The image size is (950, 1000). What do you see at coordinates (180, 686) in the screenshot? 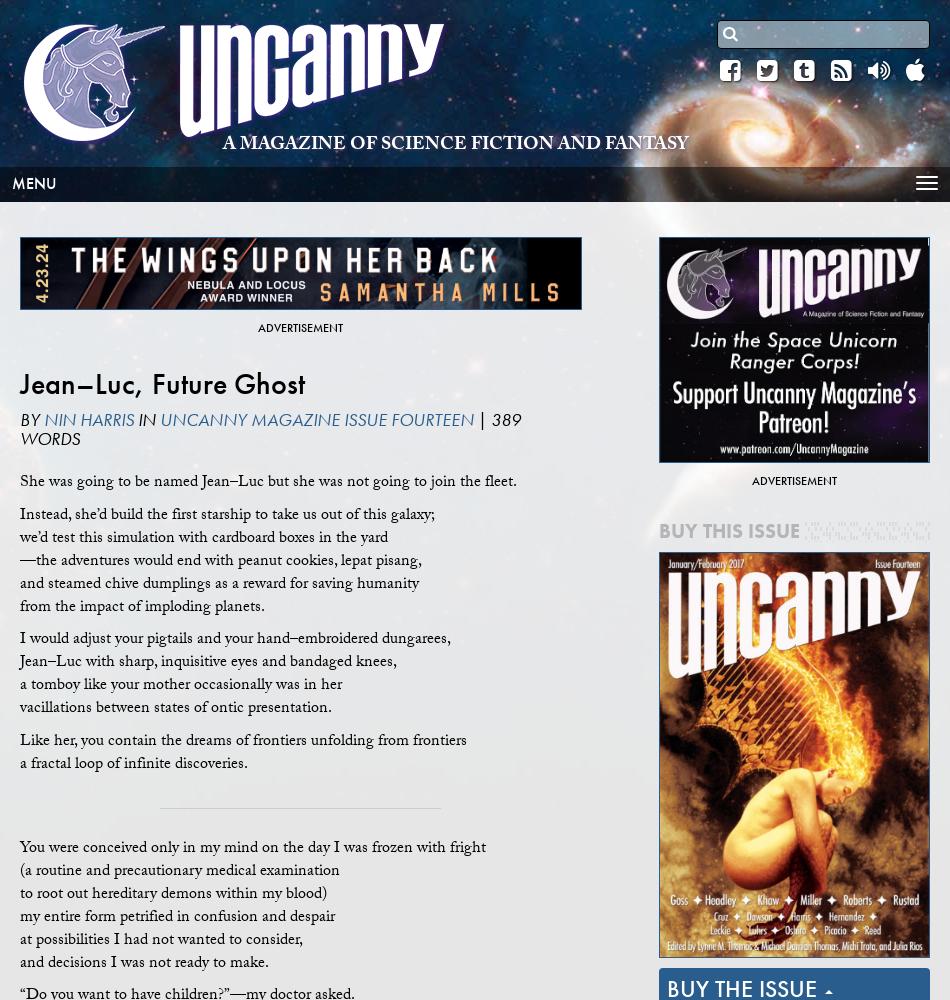
I see `'a tomboy like your mother occasionally was in her'` at bounding box center [180, 686].